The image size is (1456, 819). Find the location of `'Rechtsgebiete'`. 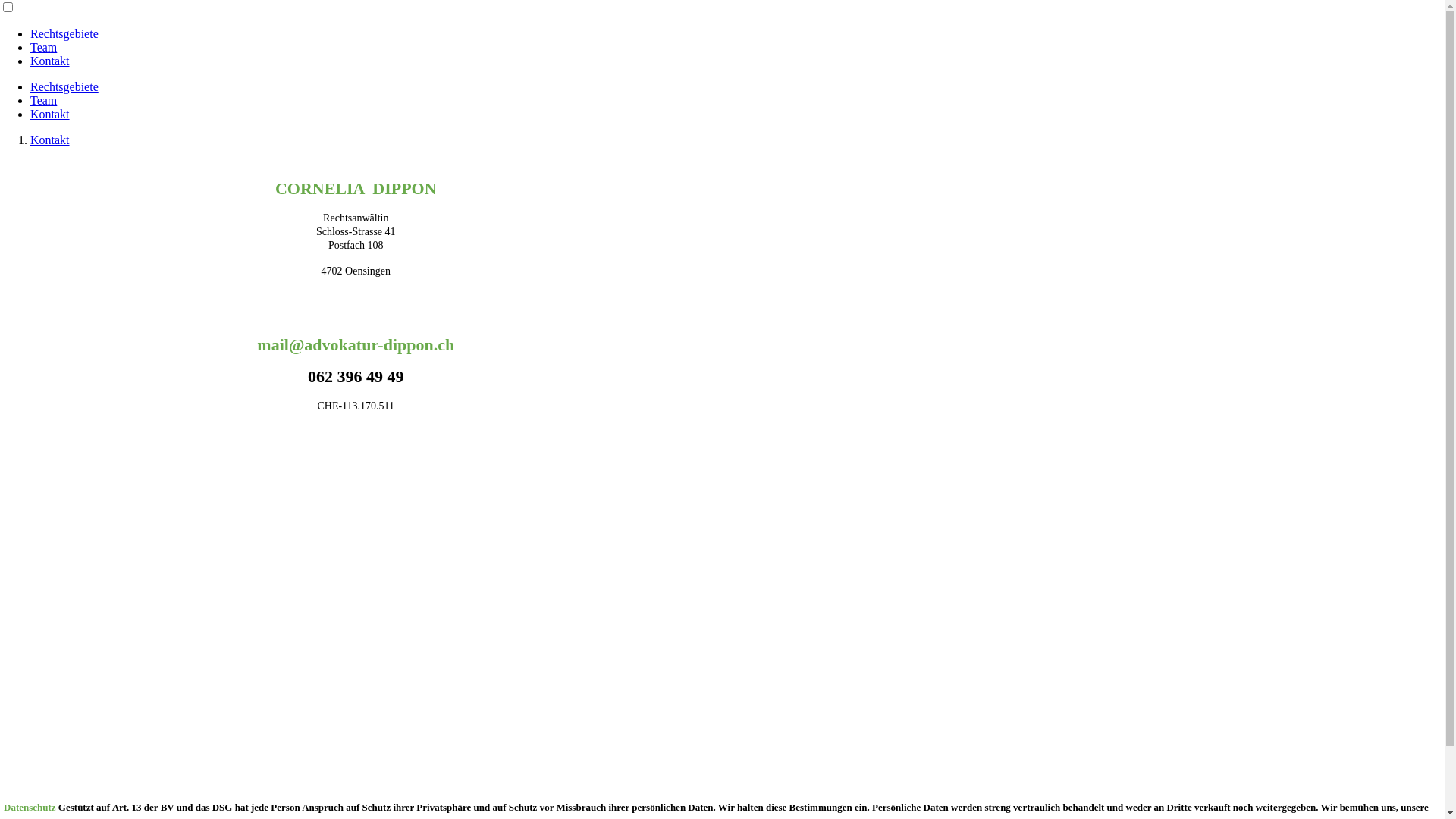

'Rechtsgebiete' is located at coordinates (64, 86).